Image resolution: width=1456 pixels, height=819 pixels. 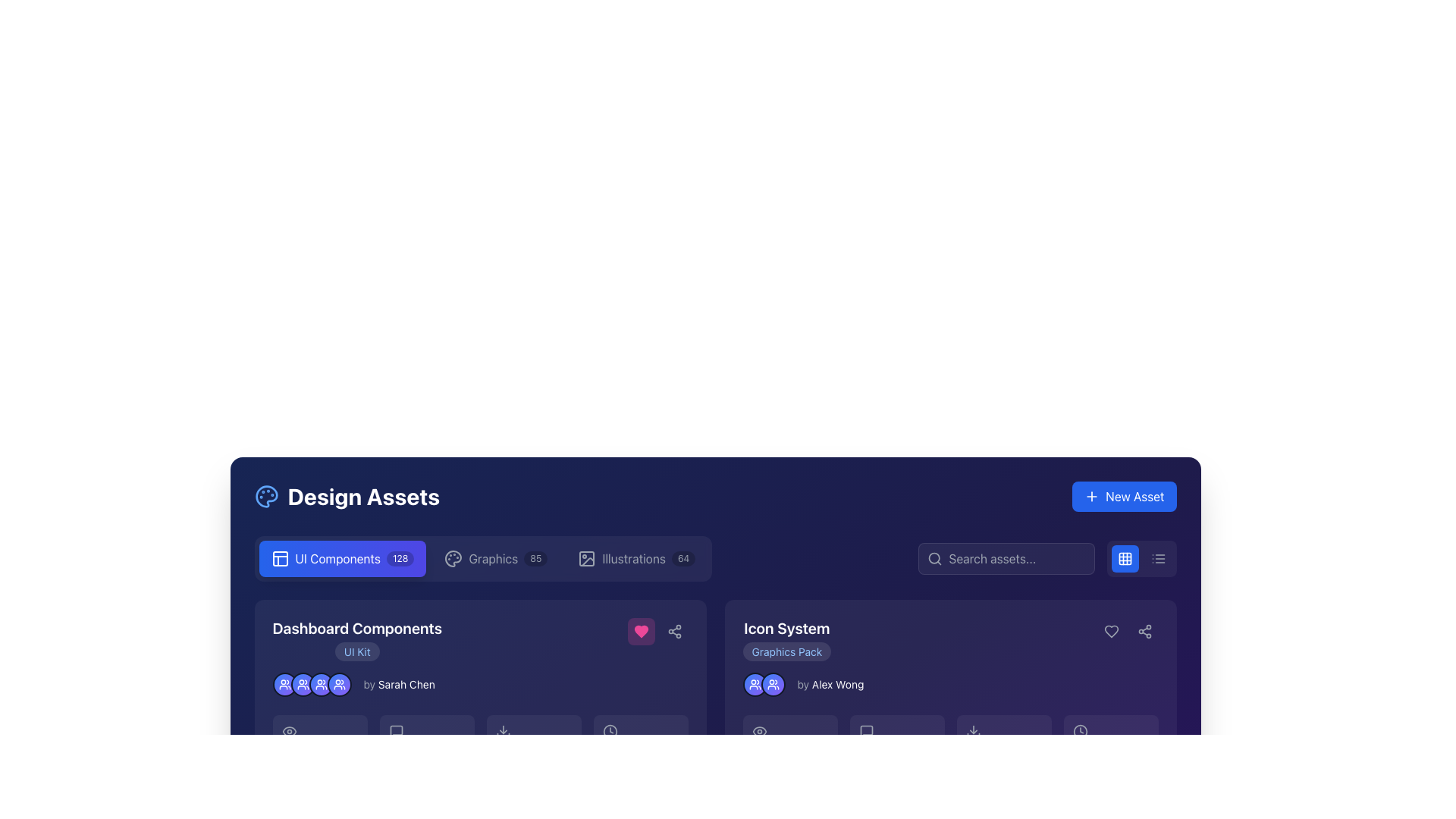 I want to click on the fifth user group icon in the 'Dashboard Components' section below the main navigation bar, so click(x=338, y=684).